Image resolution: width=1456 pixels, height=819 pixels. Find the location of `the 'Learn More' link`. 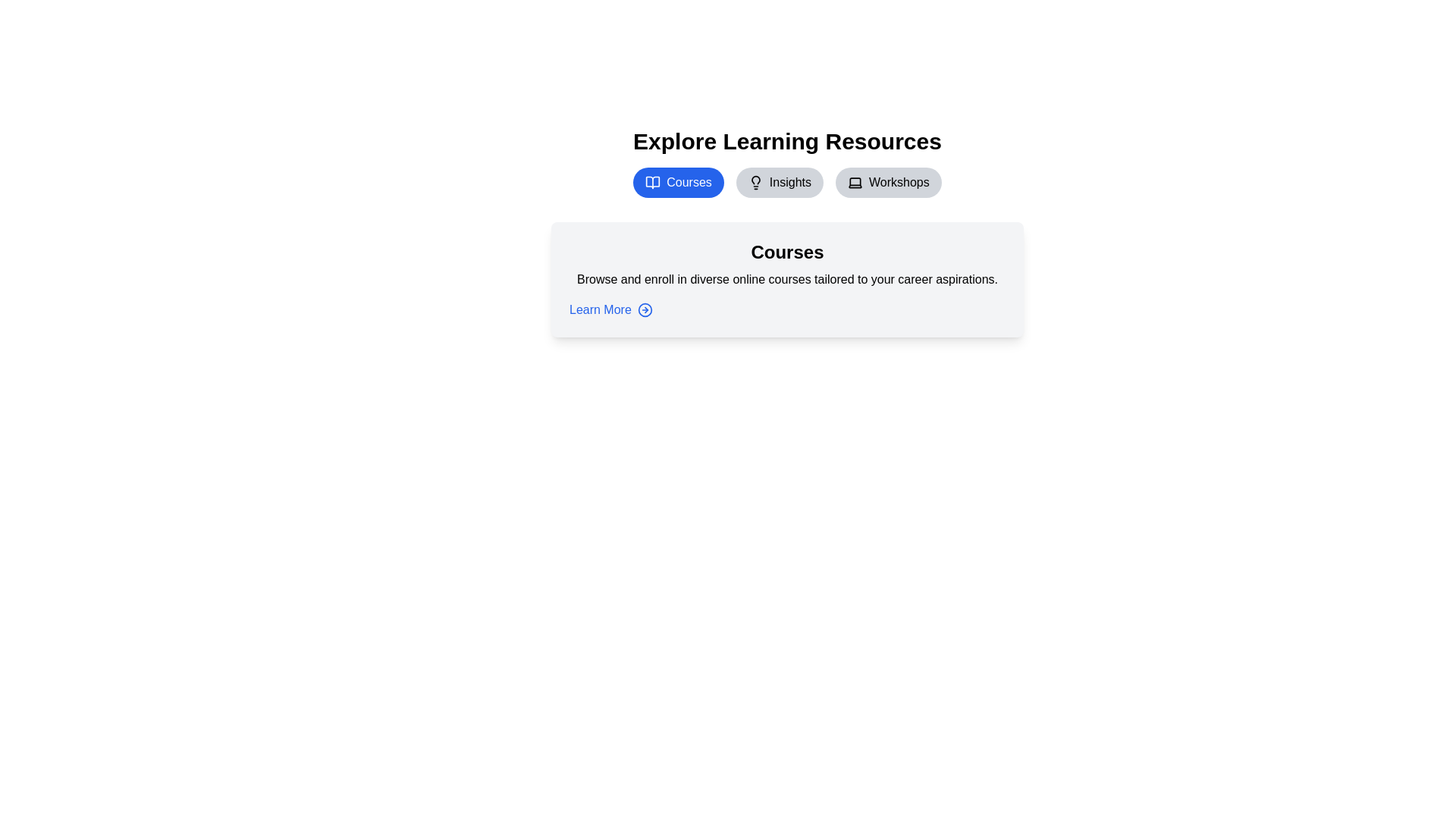

the 'Learn More' link is located at coordinates (610, 309).